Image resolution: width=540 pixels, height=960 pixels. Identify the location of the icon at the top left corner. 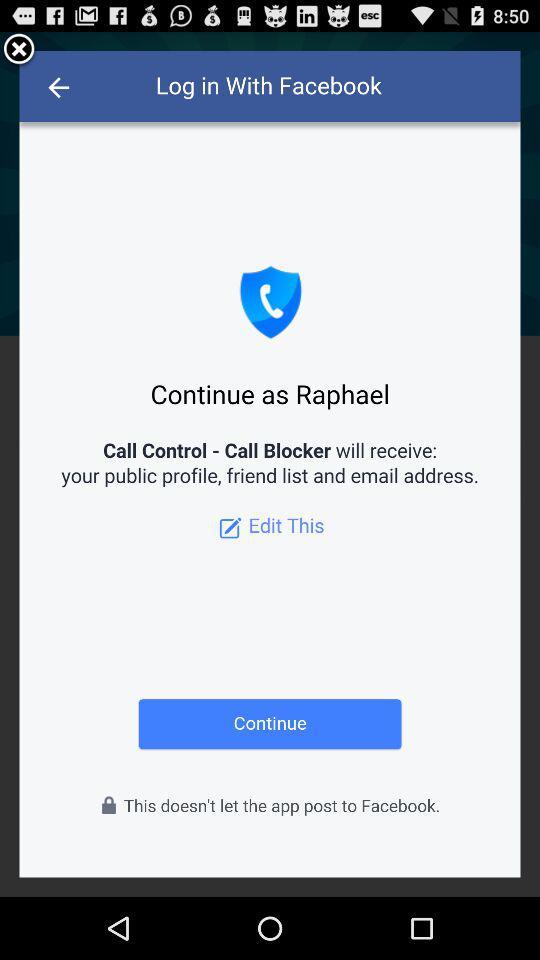
(18, 49).